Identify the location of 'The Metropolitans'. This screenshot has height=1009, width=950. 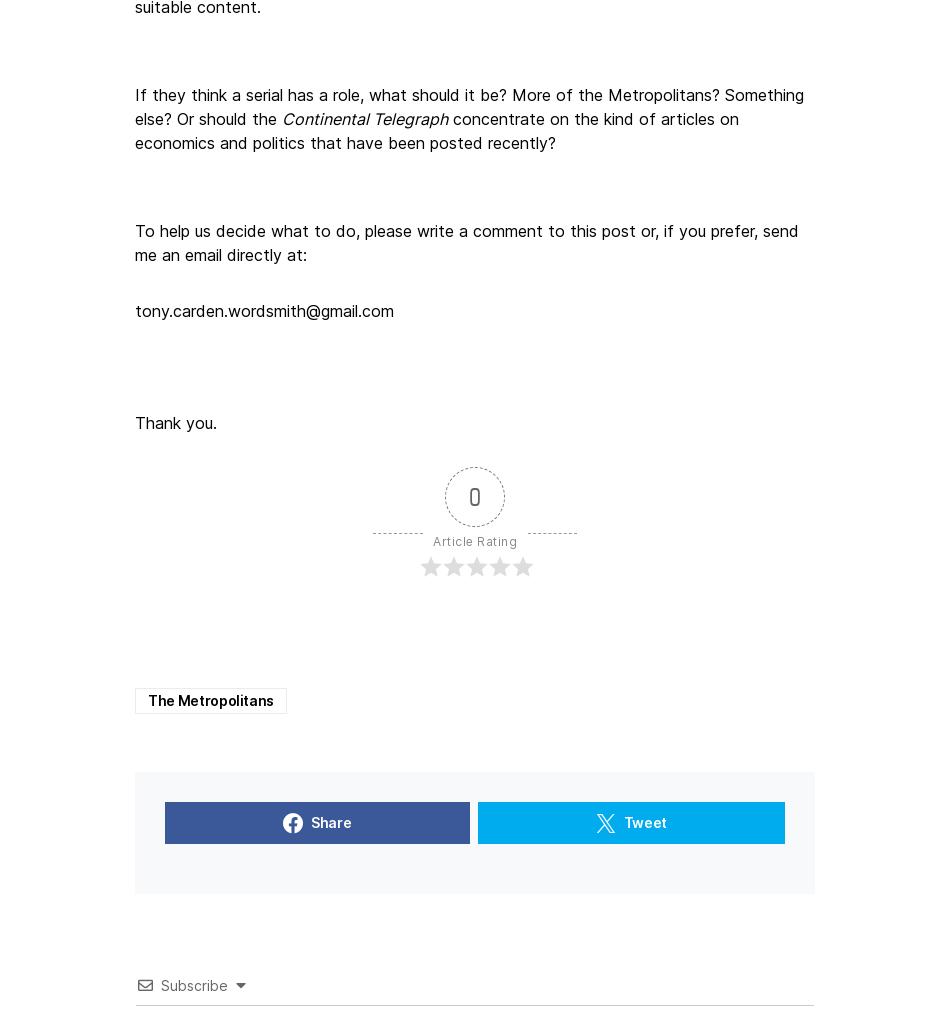
(210, 699).